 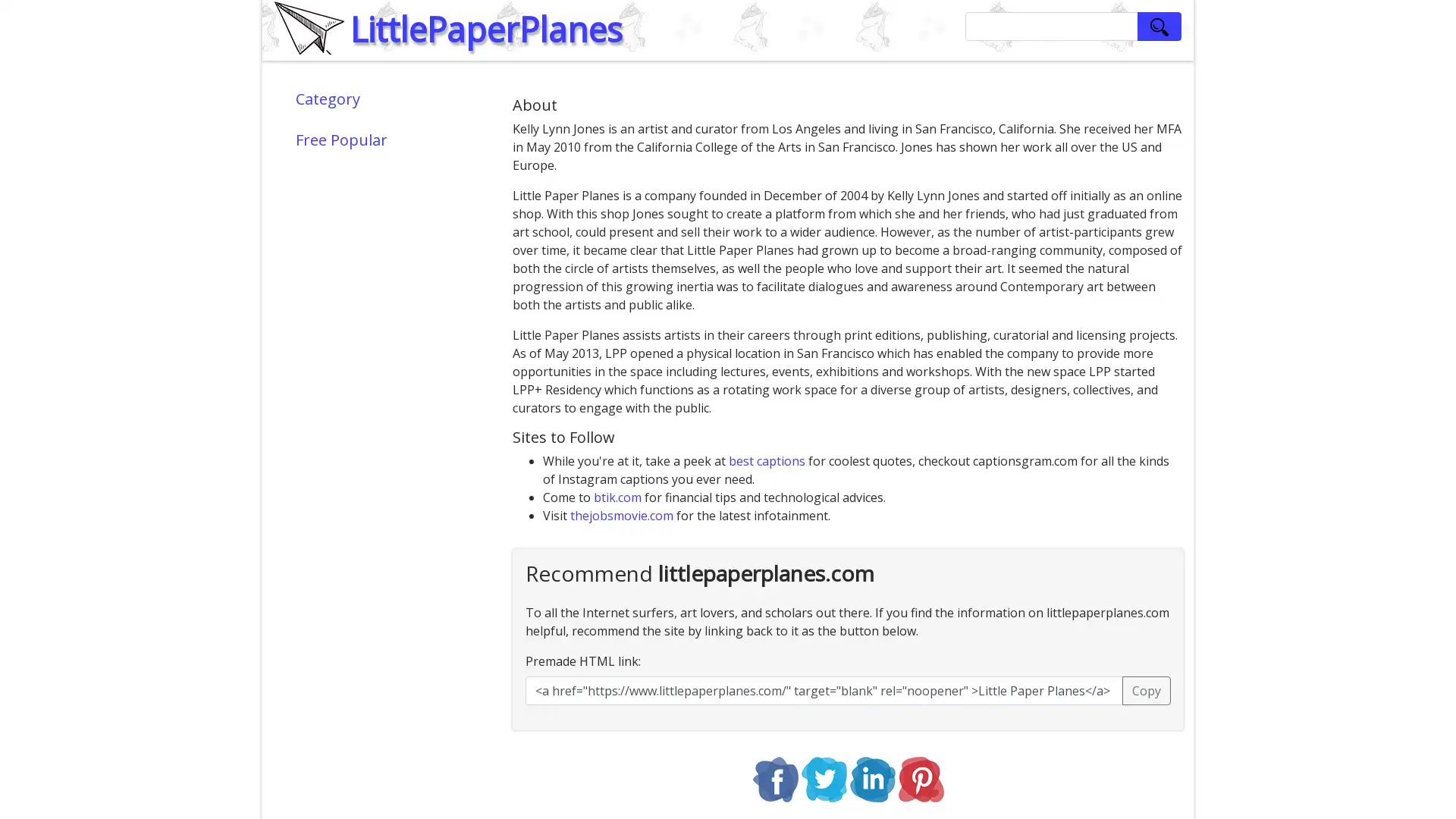 What do you see at coordinates (1147, 690) in the screenshot?
I see `Copy` at bounding box center [1147, 690].